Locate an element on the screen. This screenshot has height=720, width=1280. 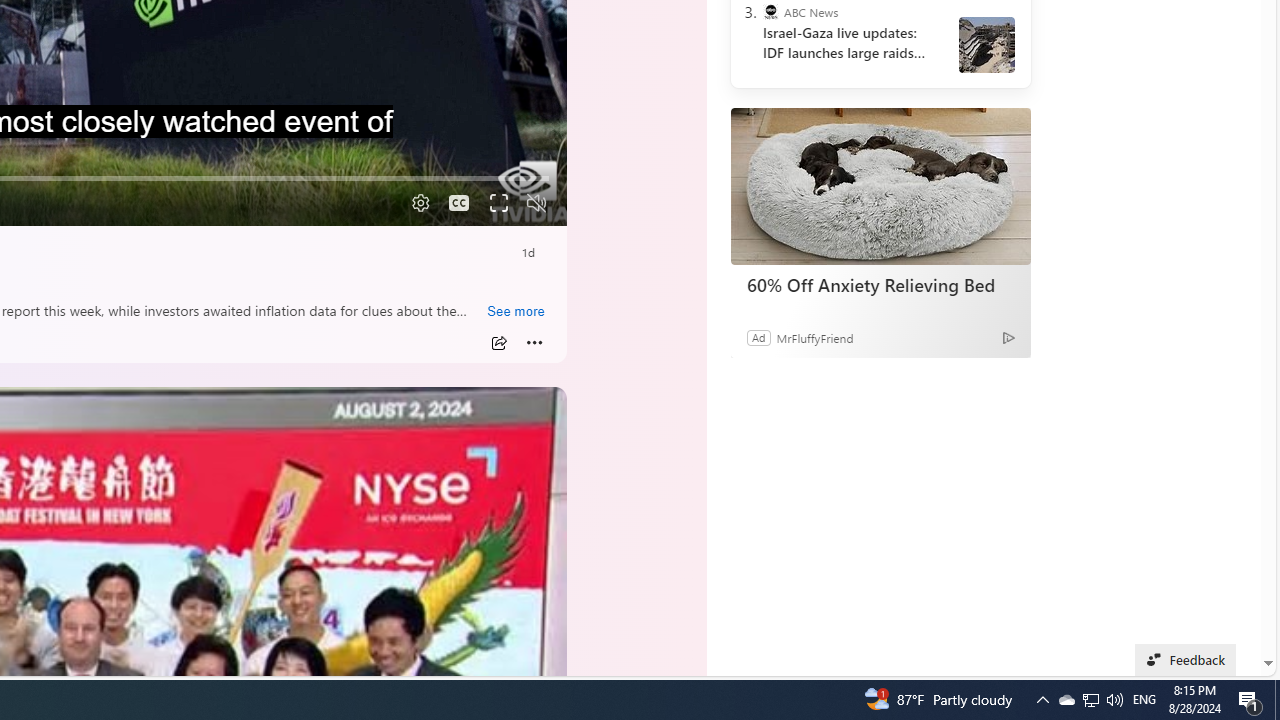
'Unmute' is located at coordinates (536, 203).